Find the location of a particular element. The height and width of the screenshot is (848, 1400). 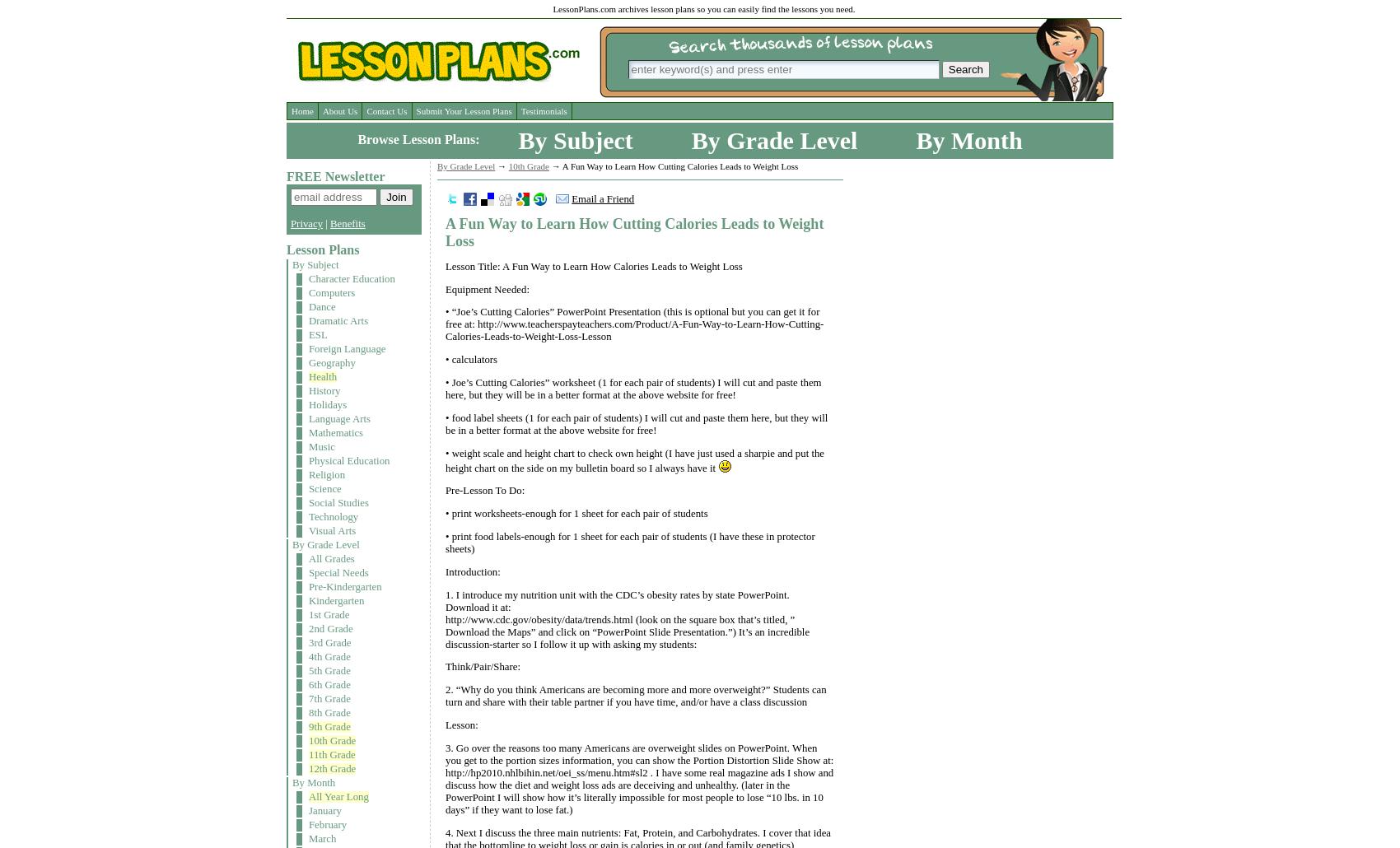

'9th Grade' is located at coordinates (329, 727).